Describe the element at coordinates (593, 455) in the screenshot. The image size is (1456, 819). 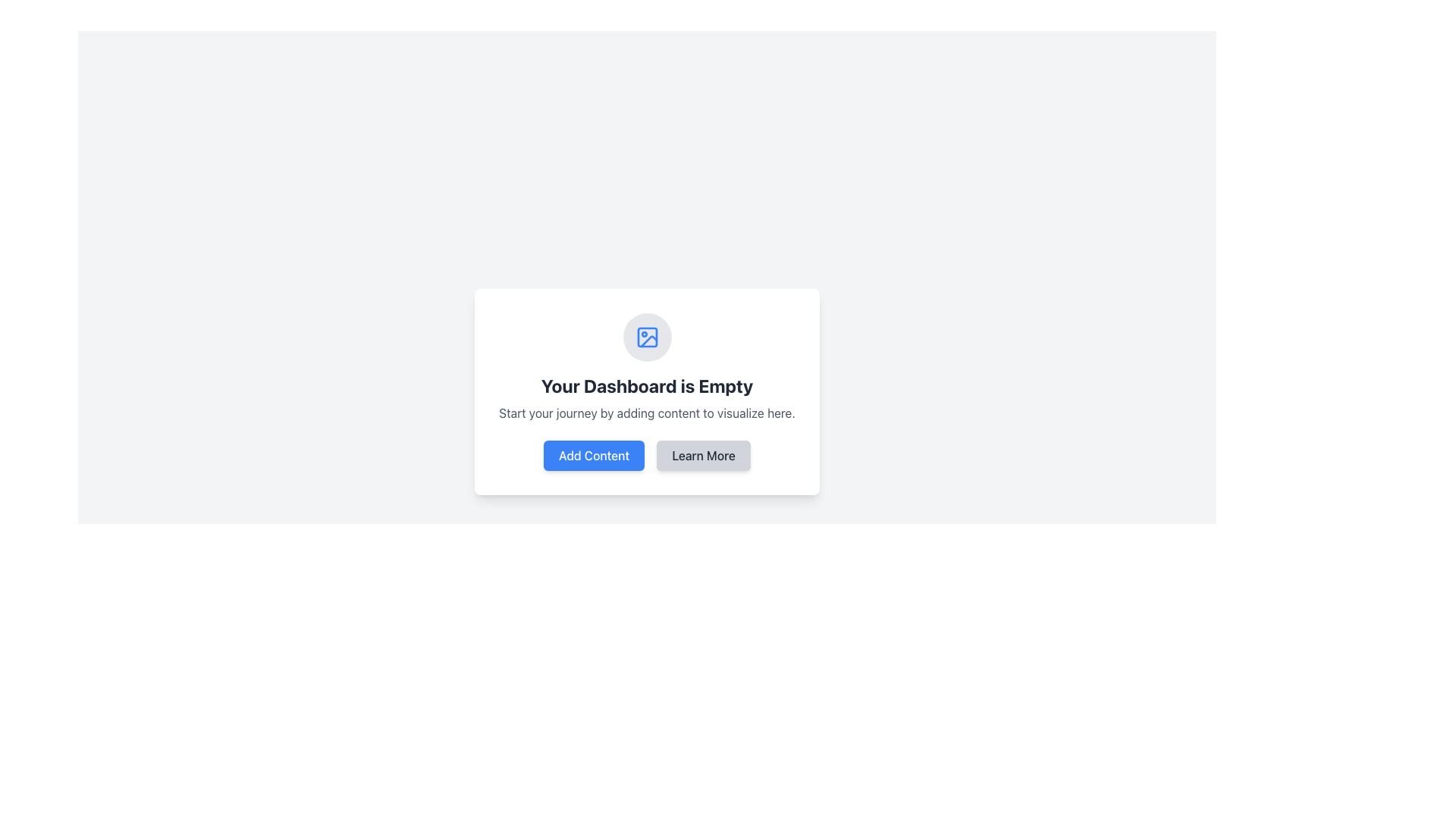
I see `the 'Add Content' button to observe visual feedback` at that location.